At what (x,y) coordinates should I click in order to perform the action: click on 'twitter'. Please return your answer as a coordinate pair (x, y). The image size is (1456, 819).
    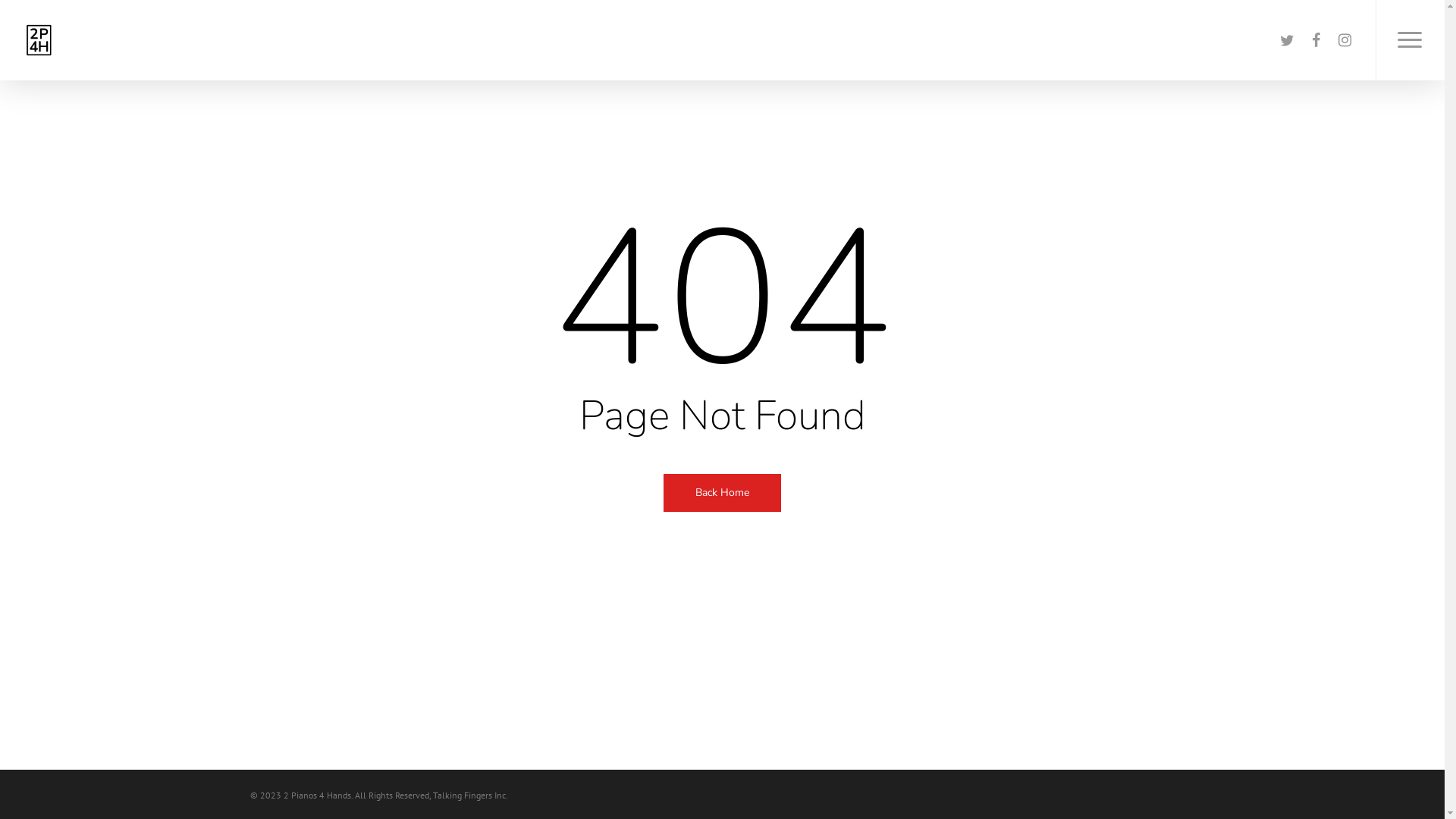
    Looking at the image, I should click on (1272, 39).